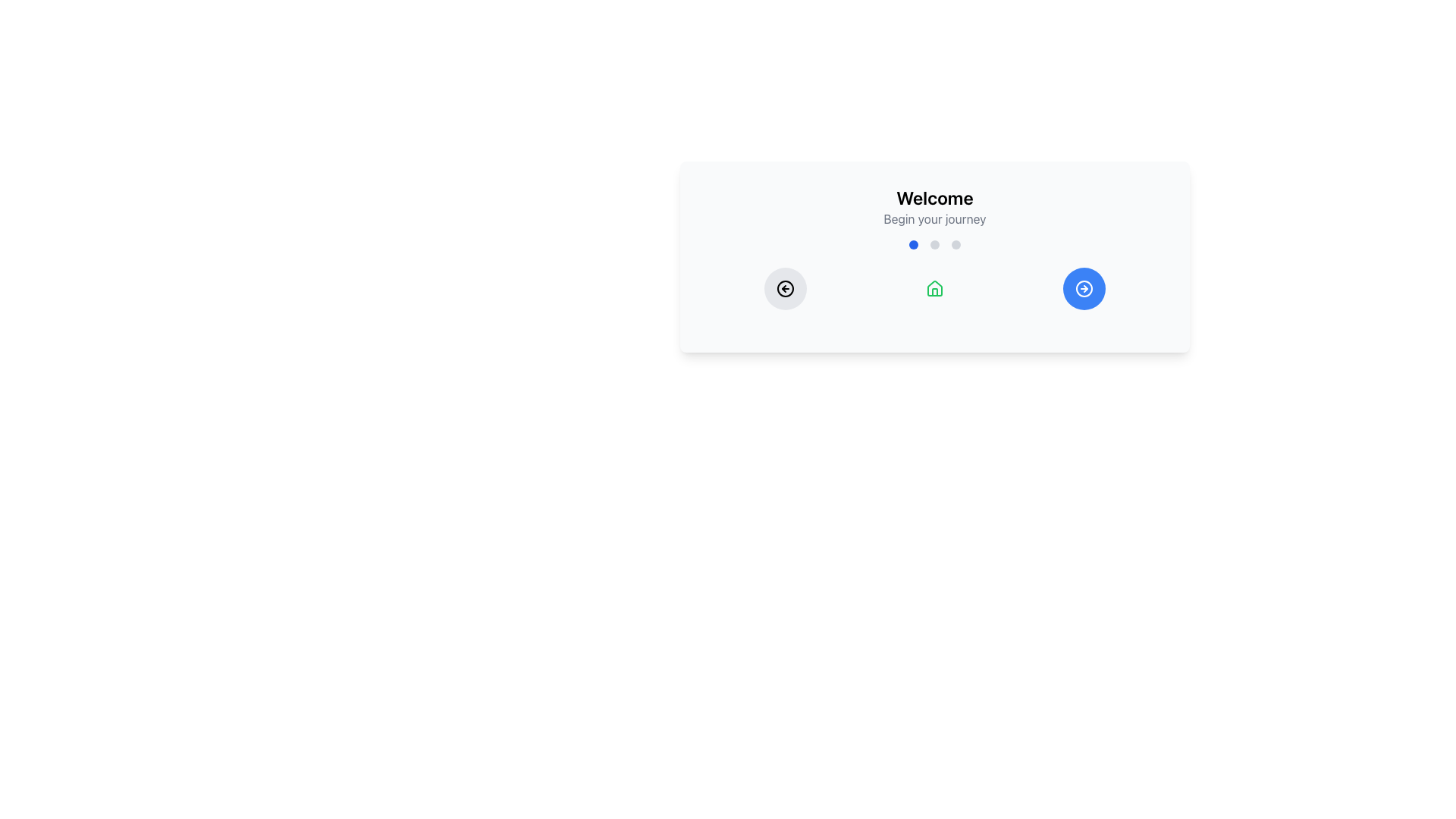  I want to click on the text element displaying 'Begin your journey', which is styled in gray and positioned directly beneath the 'Welcome' heading, so click(934, 219).